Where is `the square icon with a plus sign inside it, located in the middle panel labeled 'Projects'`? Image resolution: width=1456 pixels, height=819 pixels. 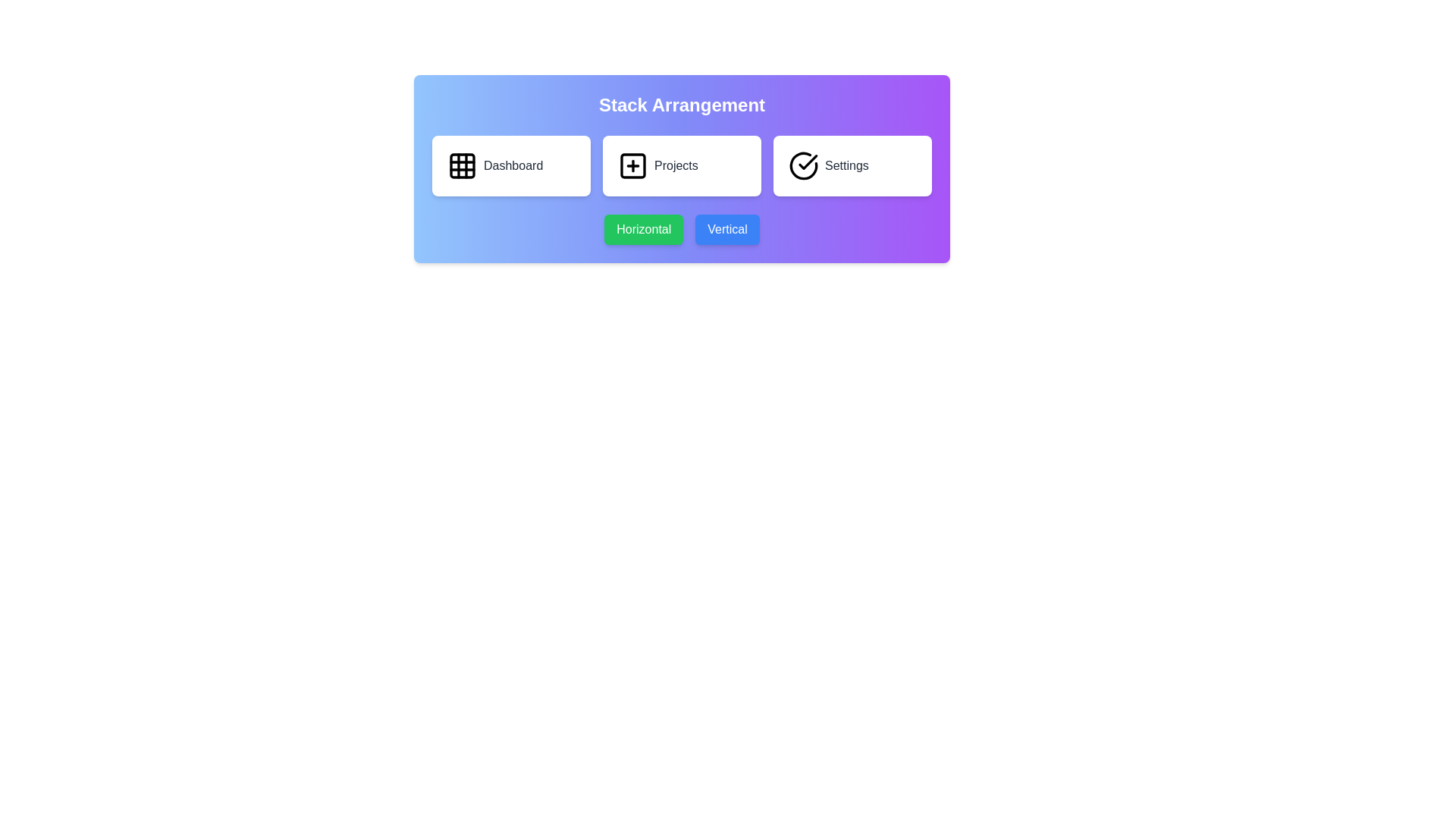 the square icon with a plus sign inside it, located in the middle panel labeled 'Projects' is located at coordinates (633, 166).